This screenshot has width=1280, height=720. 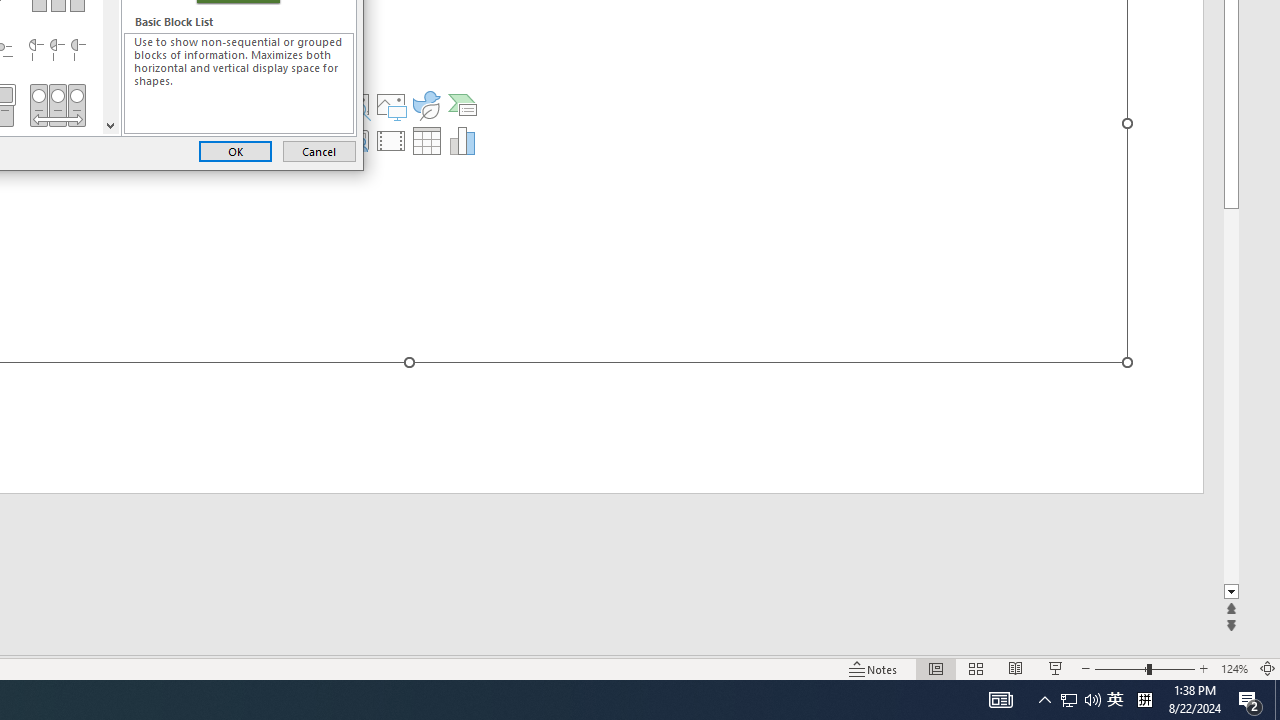 I want to click on 'OK', so click(x=235, y=150).